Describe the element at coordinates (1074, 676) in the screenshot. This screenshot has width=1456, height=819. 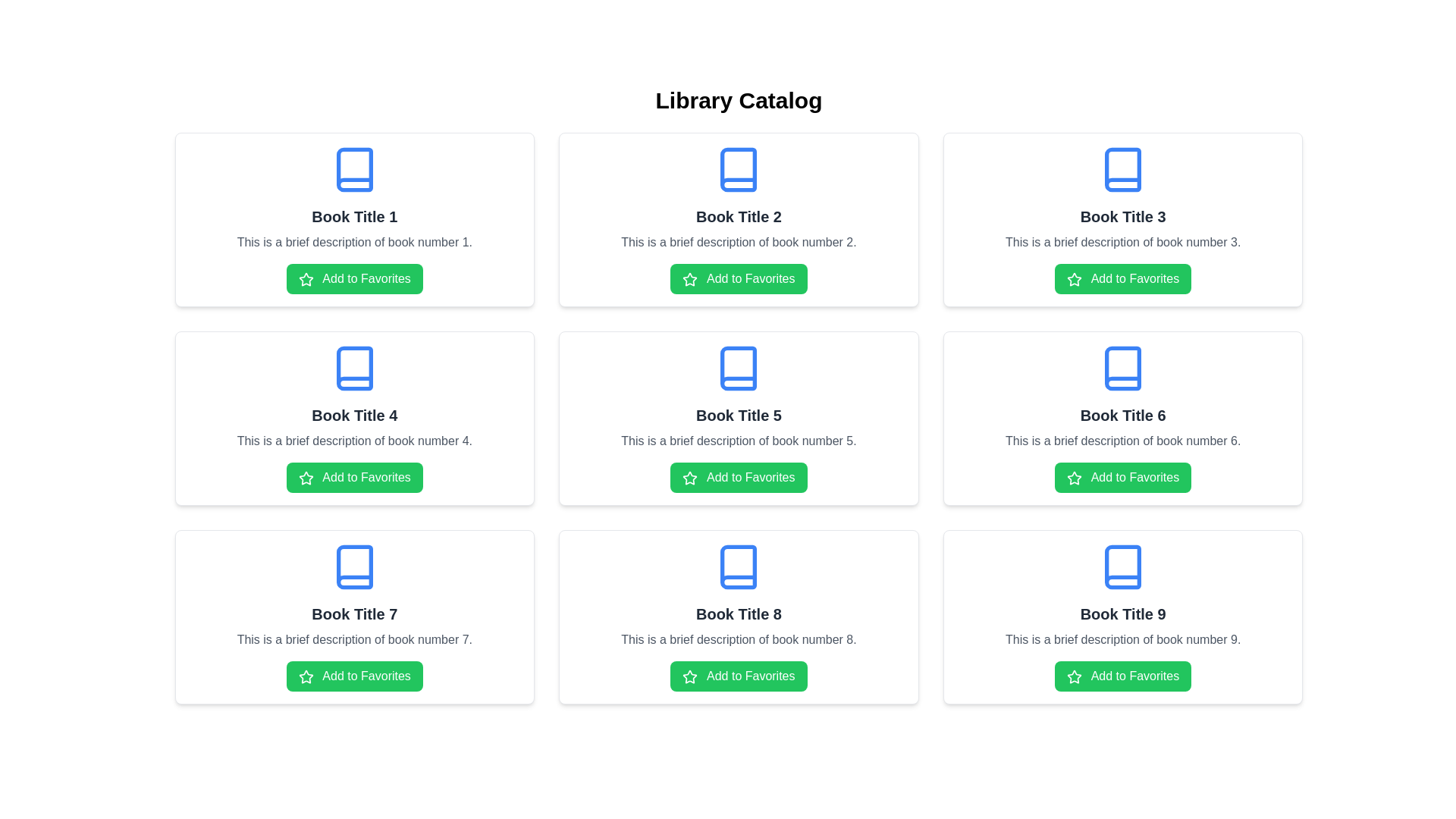
I see `the star icon with a green background, part of the 'Add to Favorites' button for 'Book Title 9', located in the bottom-right corner of the grid layout` at that location.